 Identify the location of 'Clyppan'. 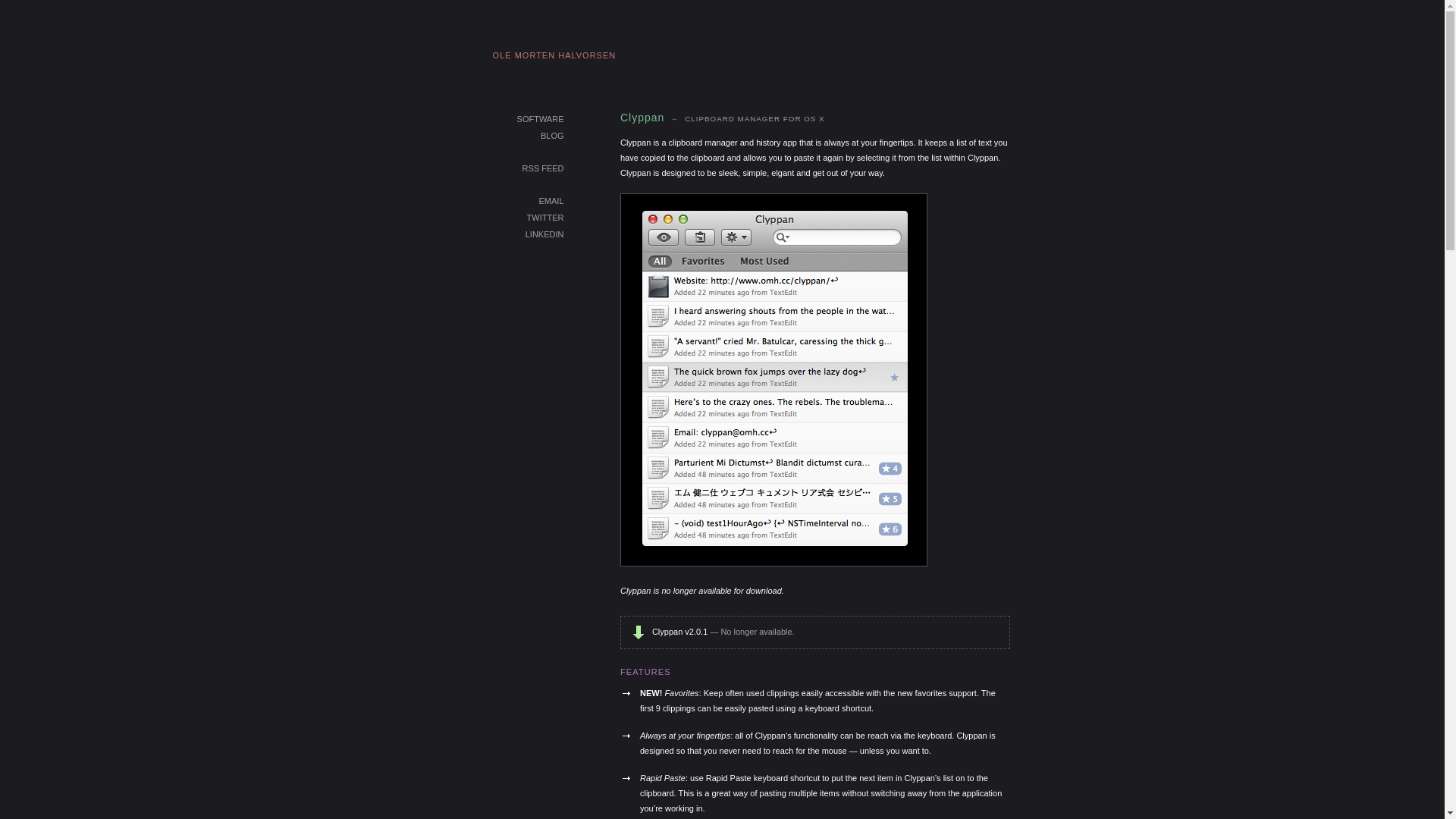
(620, 117).